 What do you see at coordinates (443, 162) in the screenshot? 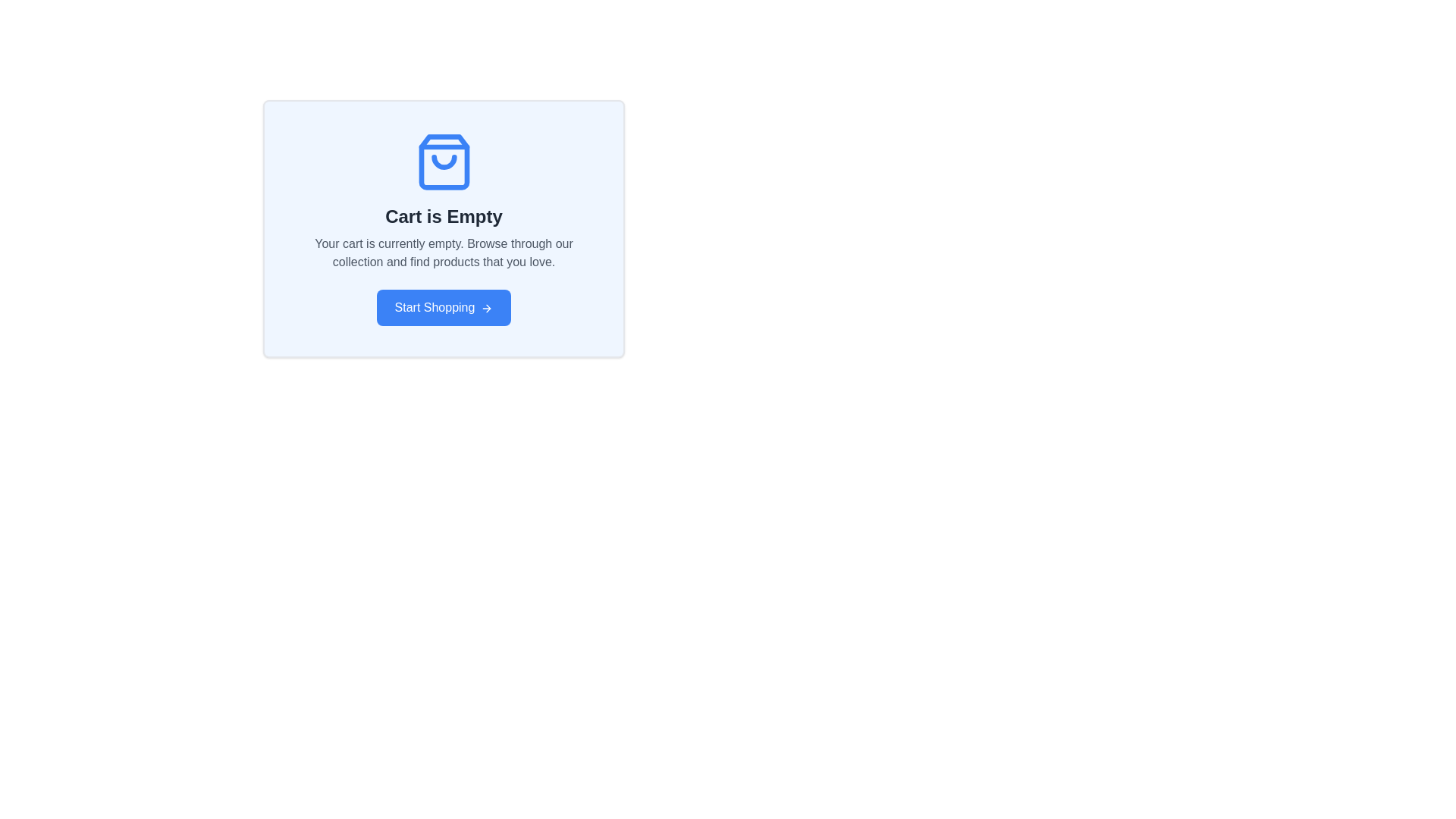
I see `the blue curved visual feature forming part of the shopping bag icon, located within the 'Cart is Empty' informational card` at bounding box center [443, 162].